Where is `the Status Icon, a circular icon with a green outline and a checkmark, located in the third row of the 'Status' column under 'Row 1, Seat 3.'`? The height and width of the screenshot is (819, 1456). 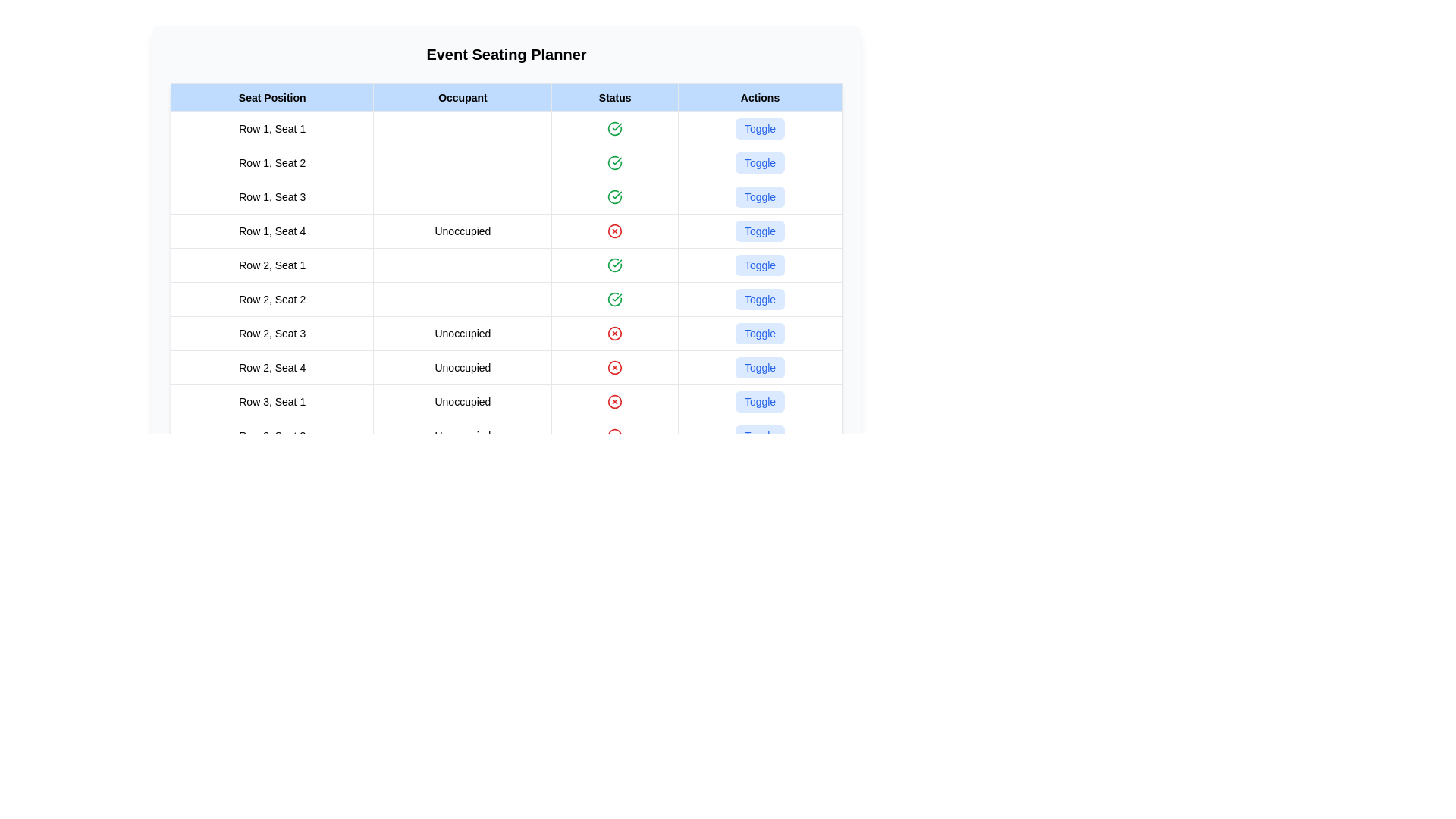 the Status Icon, a circular icon with a green outline and a checkmark, located in the third row of the 'Status' column under 'Row 1, Seat 3.' is located at coordinates (615, 196).